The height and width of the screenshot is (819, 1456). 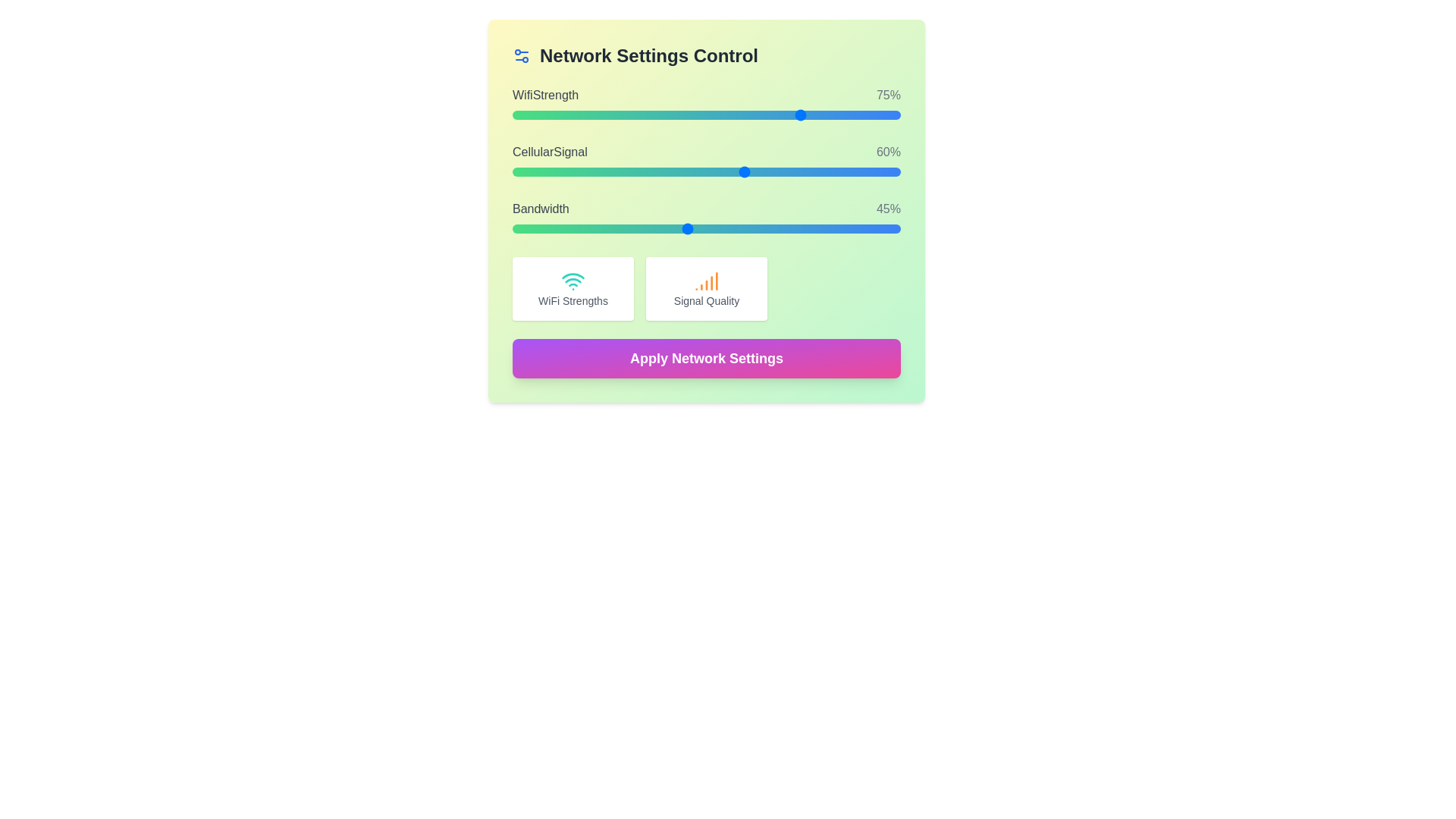 What do you see at coordinates (686, 228) in the screenshot?
I see `the Bandwidth slider` at bounding box center [686, 228].